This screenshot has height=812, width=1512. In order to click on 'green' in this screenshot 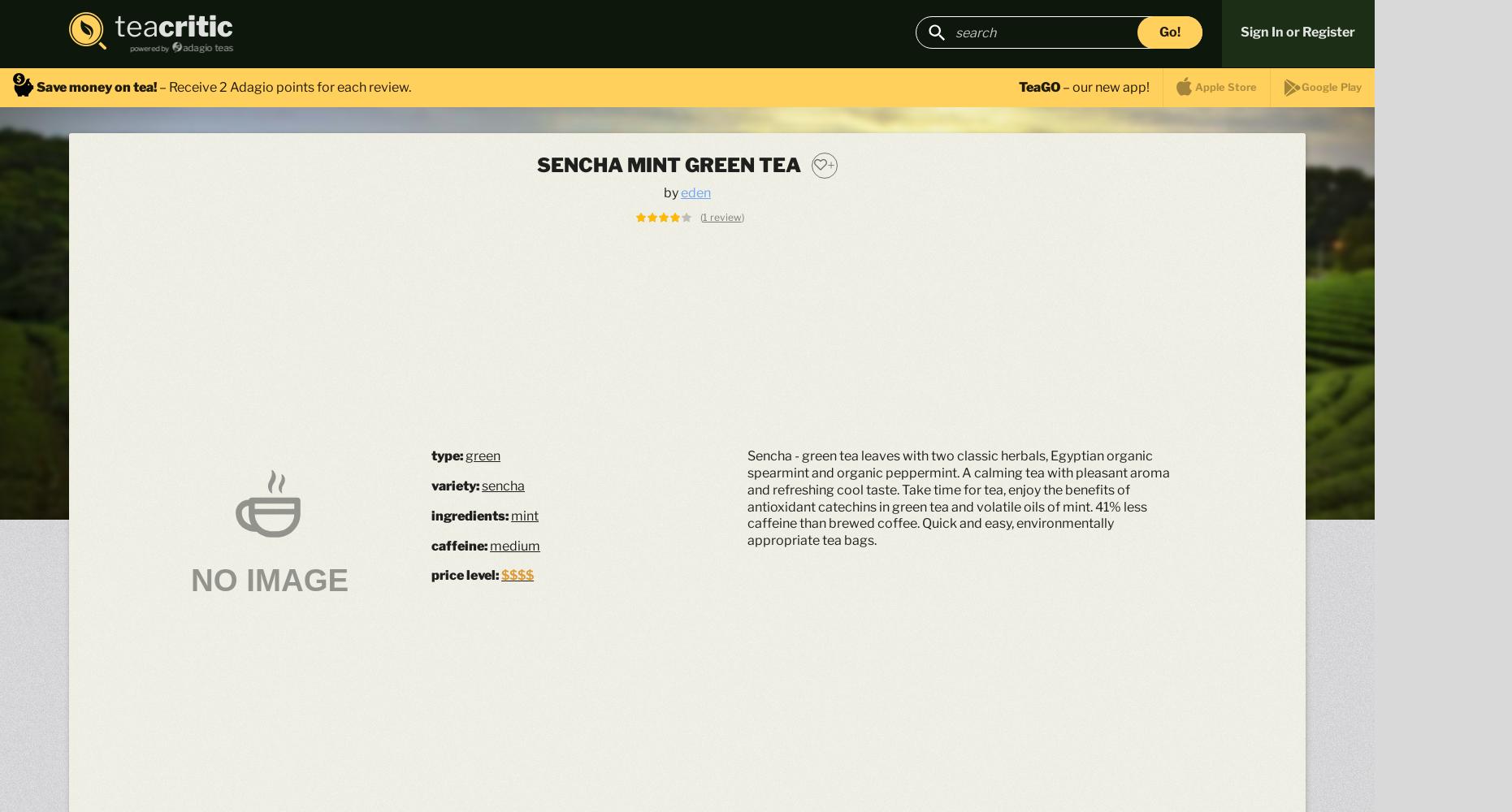, I will do `click(482, 456)`.